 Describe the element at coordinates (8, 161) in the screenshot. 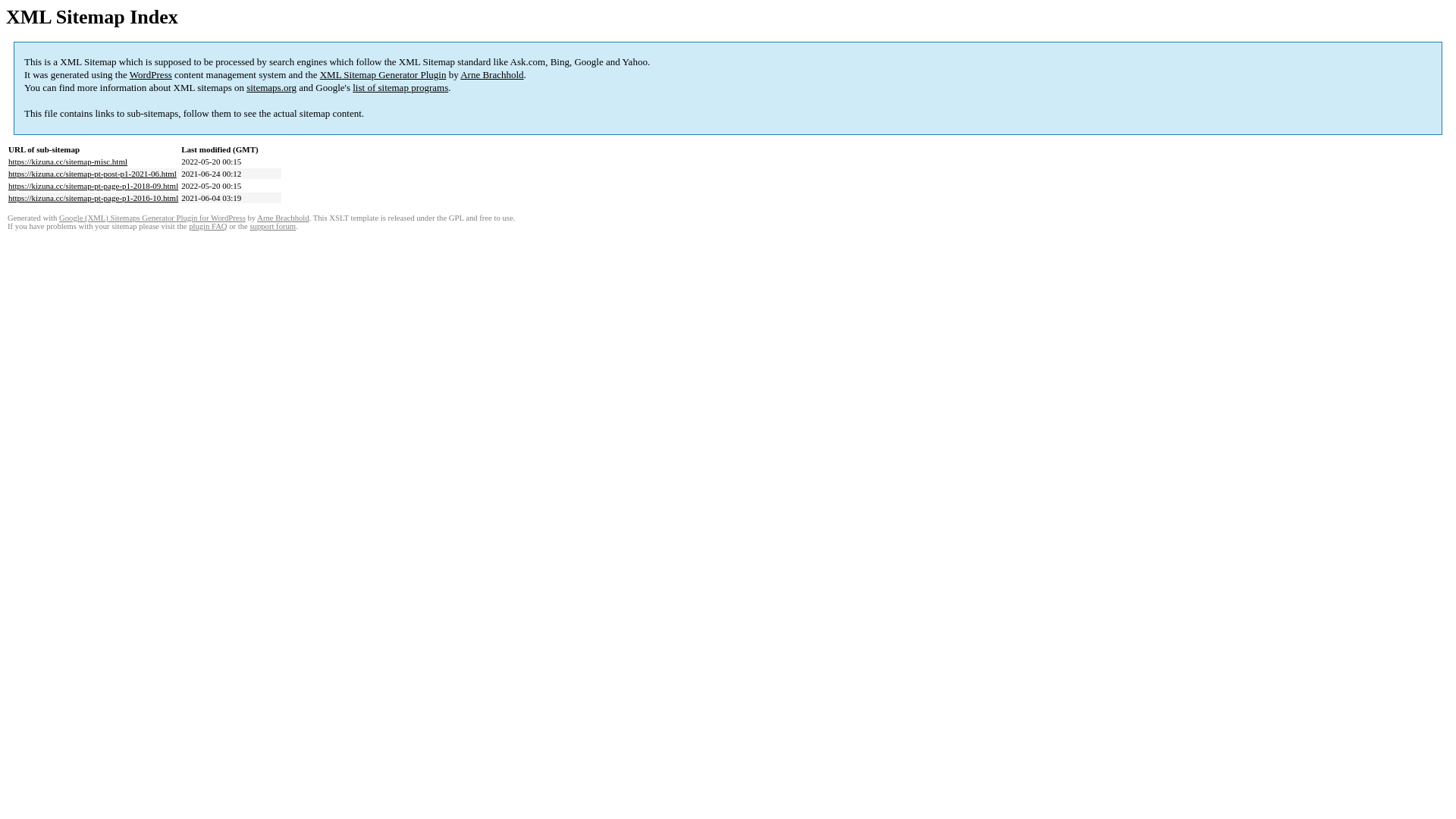

I see `'https://kizuna.cc/sitemap-misc.html'` at that location.